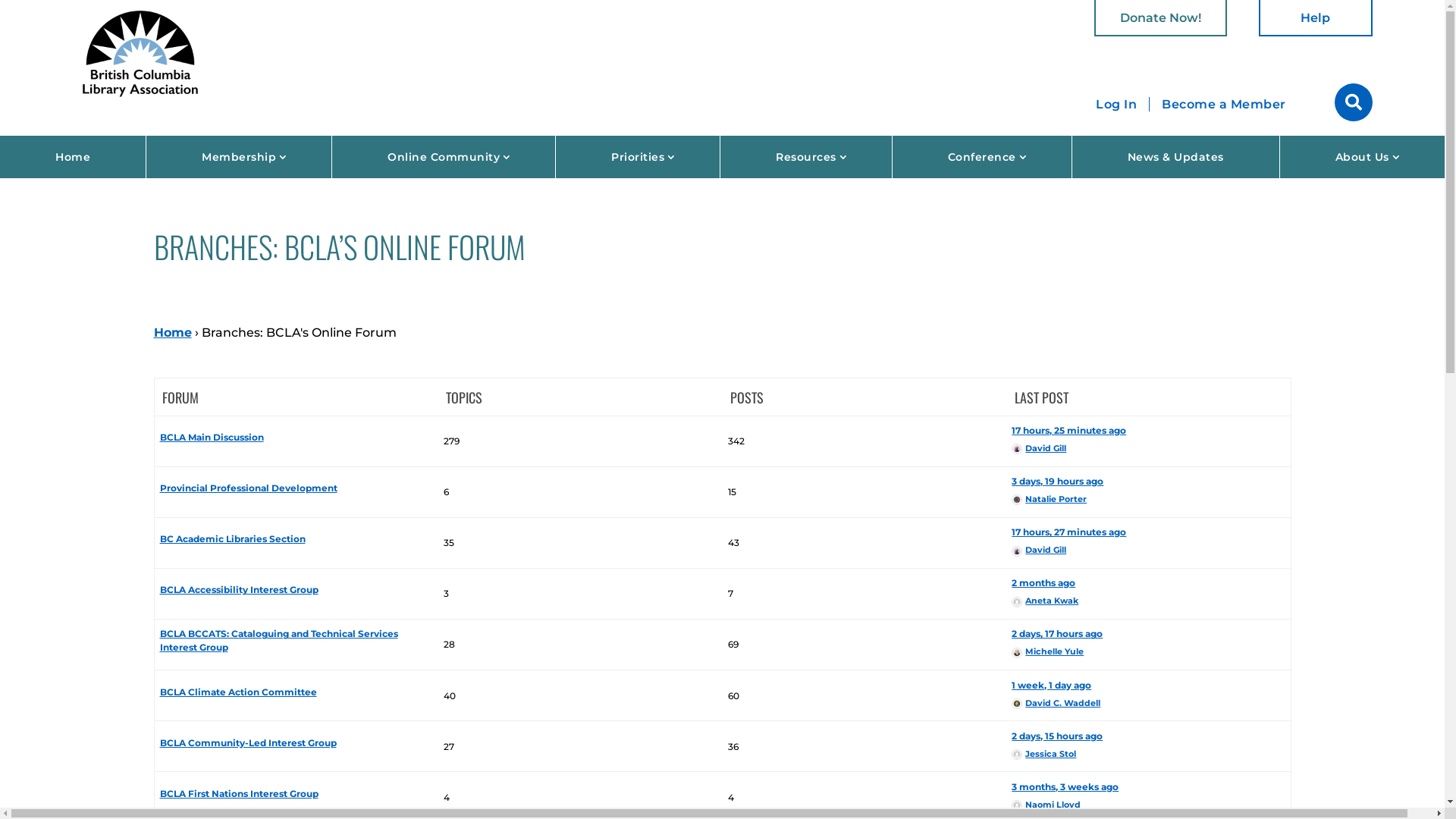 This screenshot has height=819, width=1456. Describe the element at coordinates (1150, 104) in the screenshot. I see `'Become a Member'` at that location.